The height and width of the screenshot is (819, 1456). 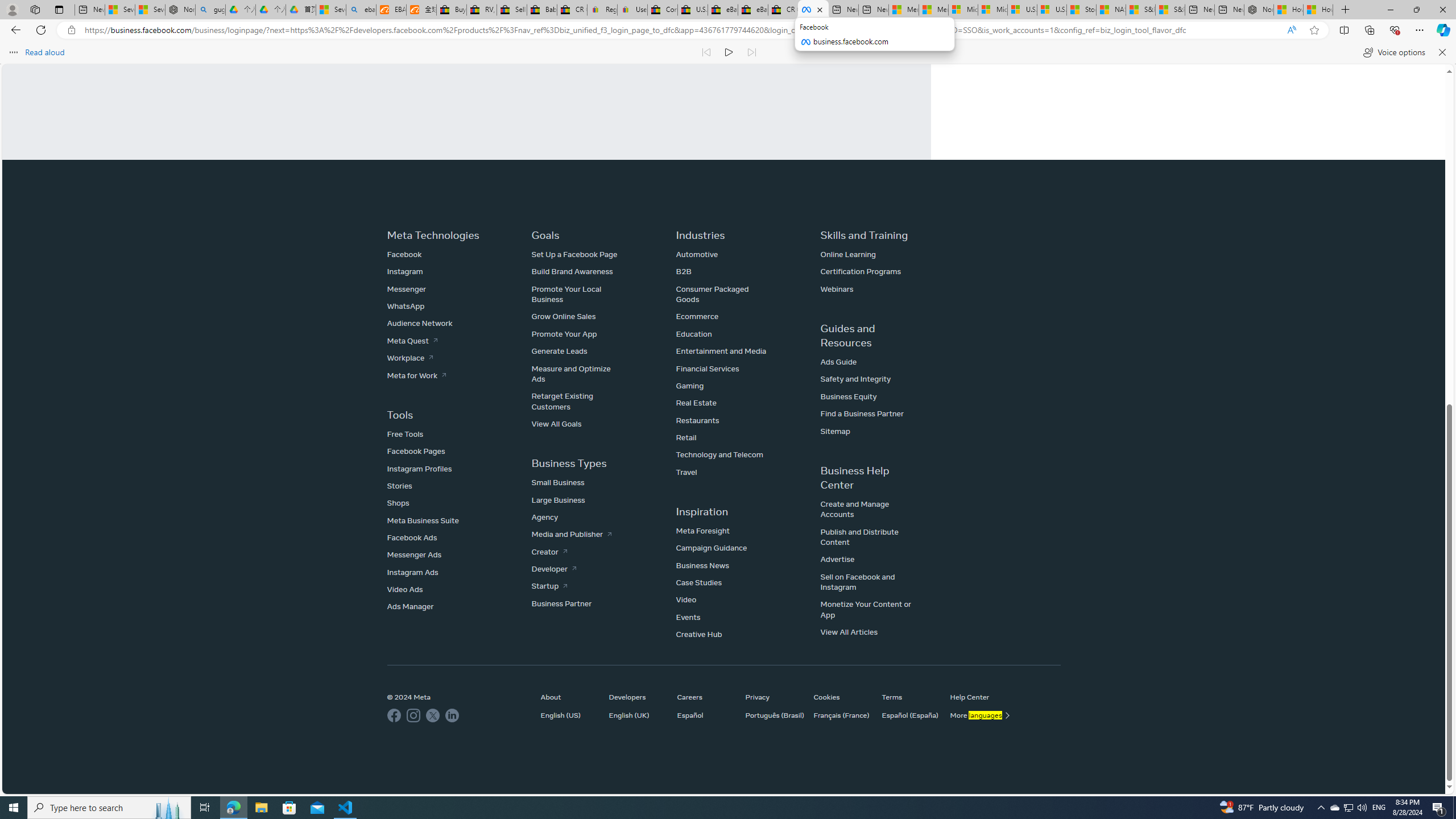 I want to click on 'Video', so click(x=686, y=599).